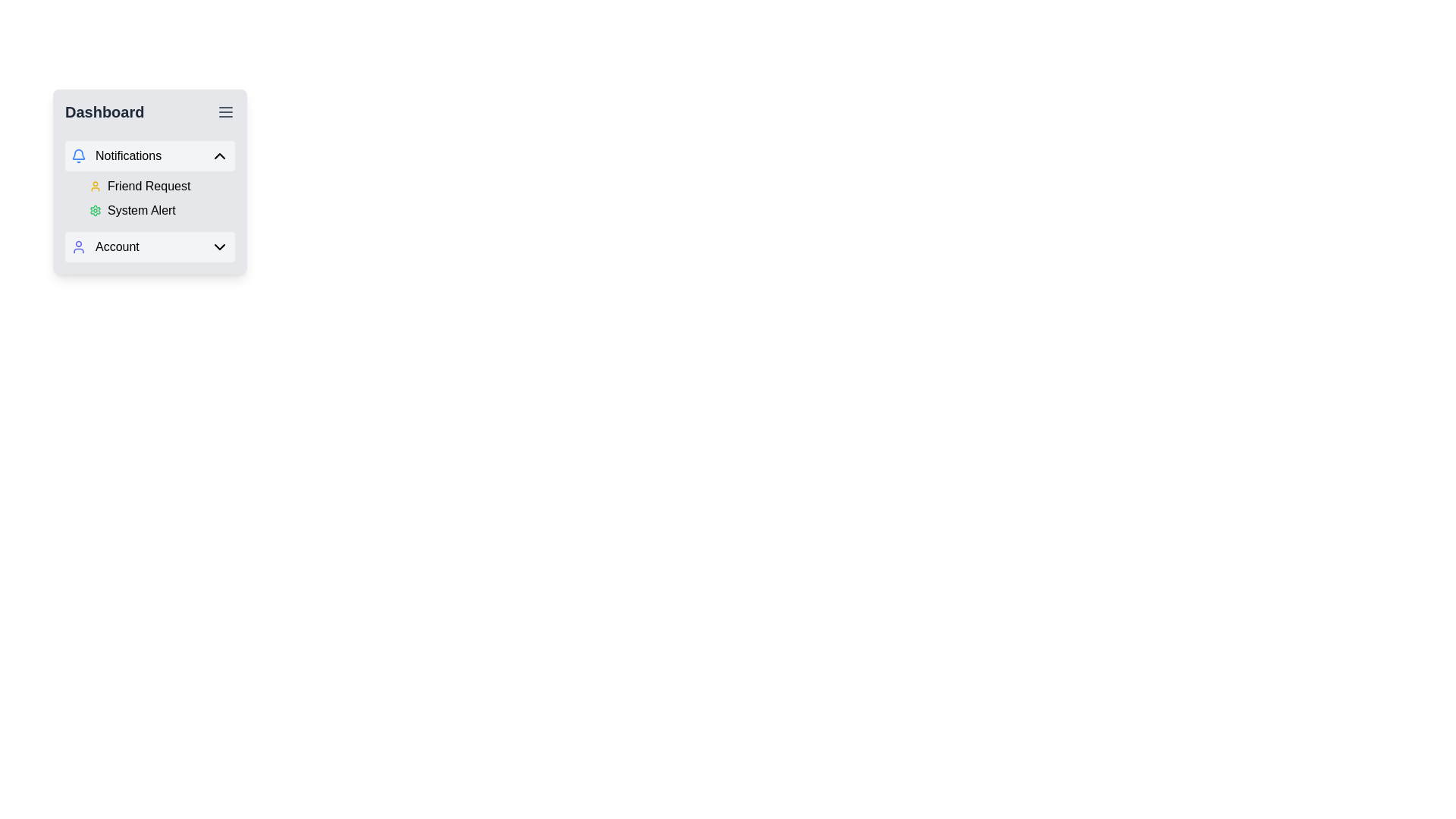  Describe the element at coordinates (218, 155) in the screenshot. I see `the icon on the right side of the 'Notifications' panel header` at that location.